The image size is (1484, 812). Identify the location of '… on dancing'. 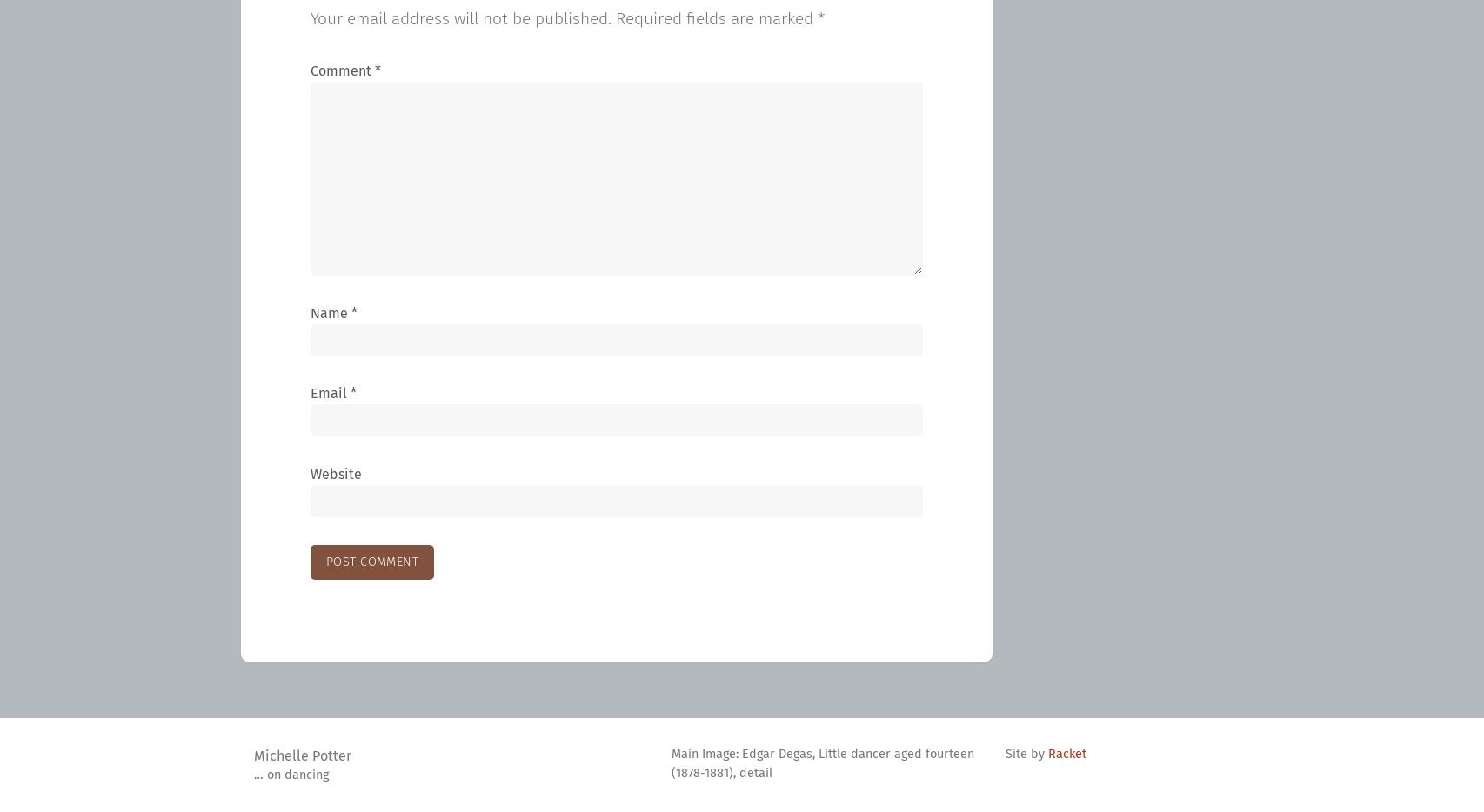
(291, 775).